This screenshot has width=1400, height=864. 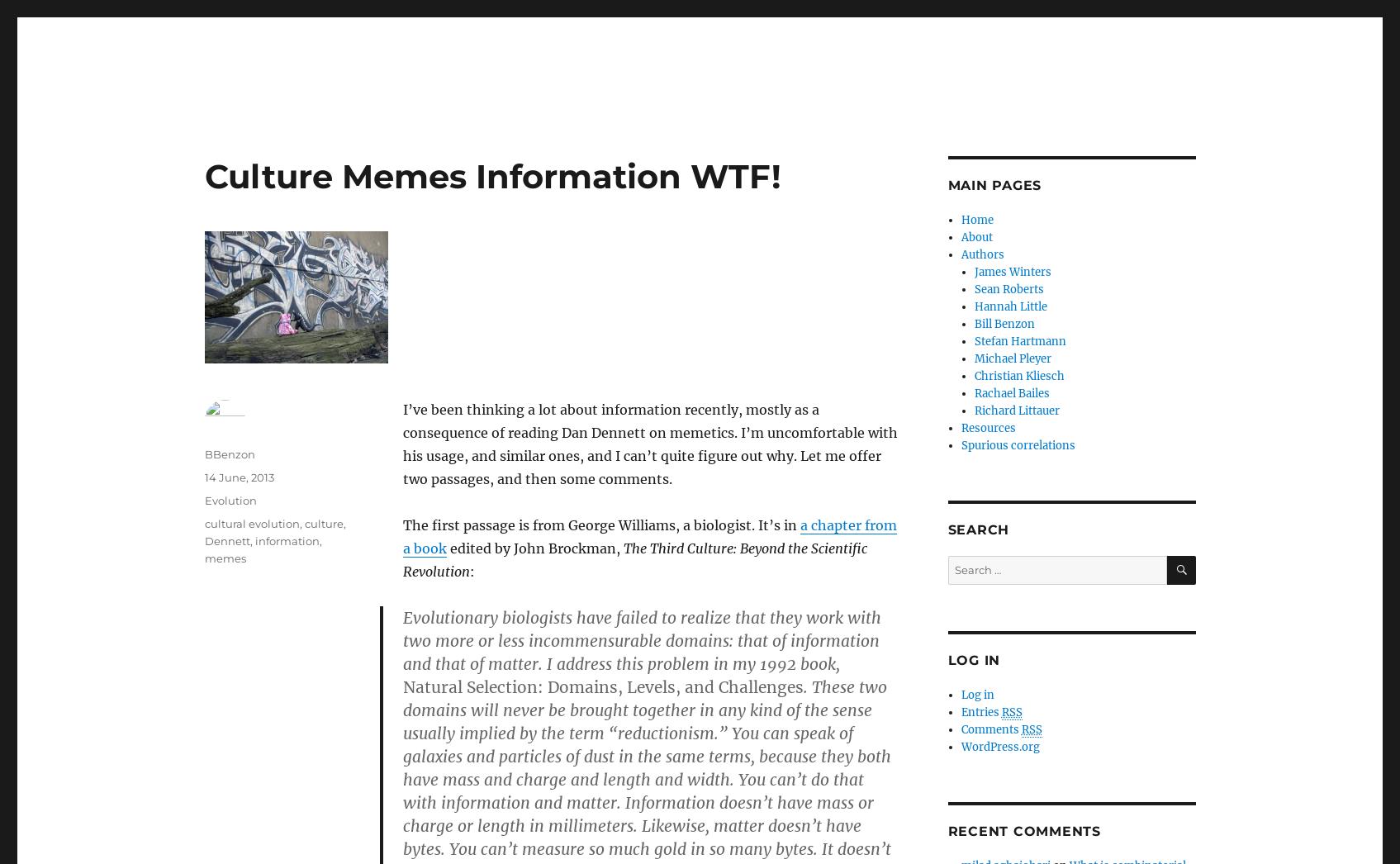 What do you see at coordinates (640, 640) in the screenshot?
I see `'Evolutionary biologists have failed to realize that they work with two more or less incommensurable domains: that of information and that of matter. I address this problem in my 1992 book,'` at bounding box center [640, 640].